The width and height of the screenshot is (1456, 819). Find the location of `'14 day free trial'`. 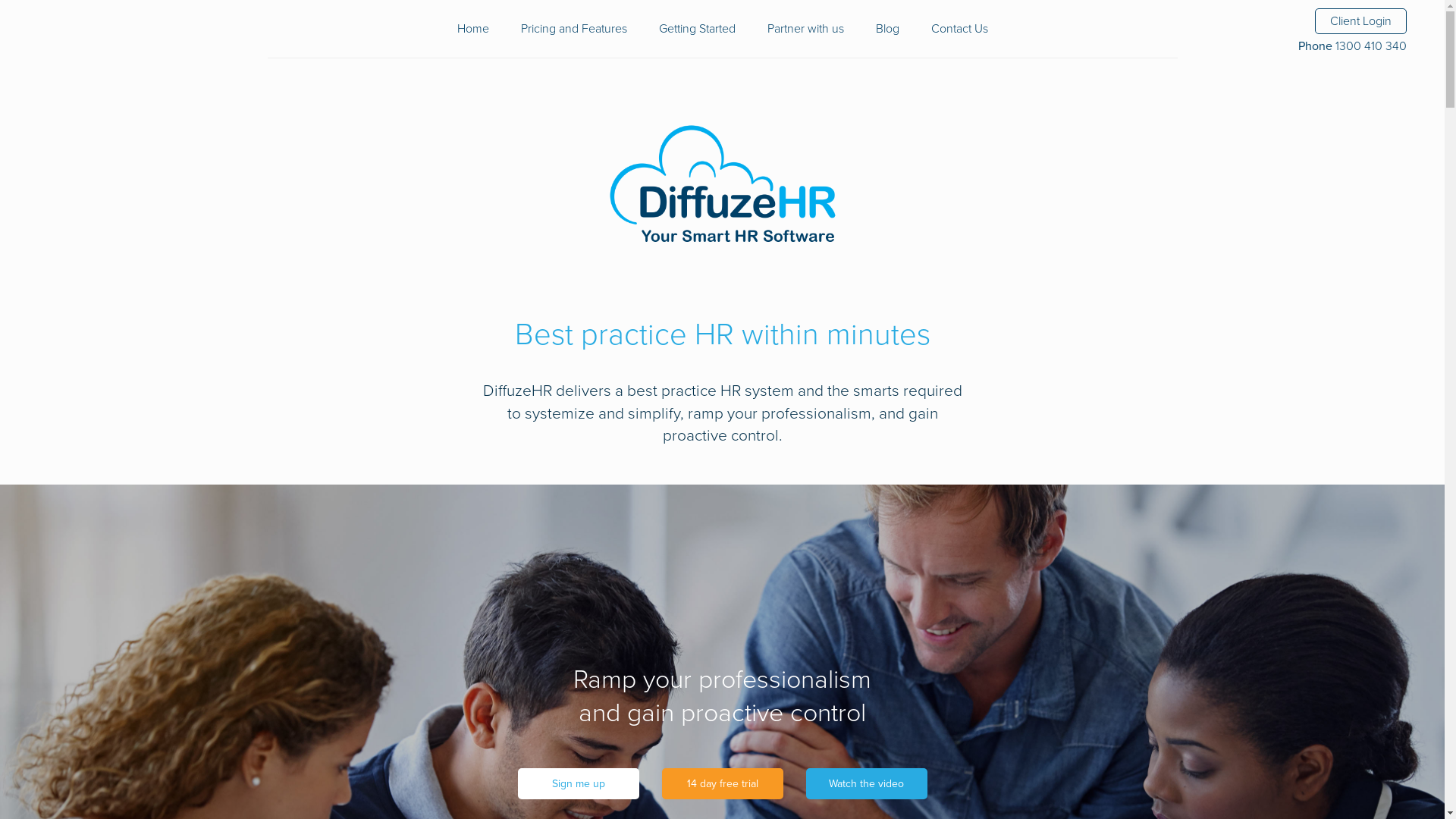

'14 day free trial' is located at coordinates (720, 783).